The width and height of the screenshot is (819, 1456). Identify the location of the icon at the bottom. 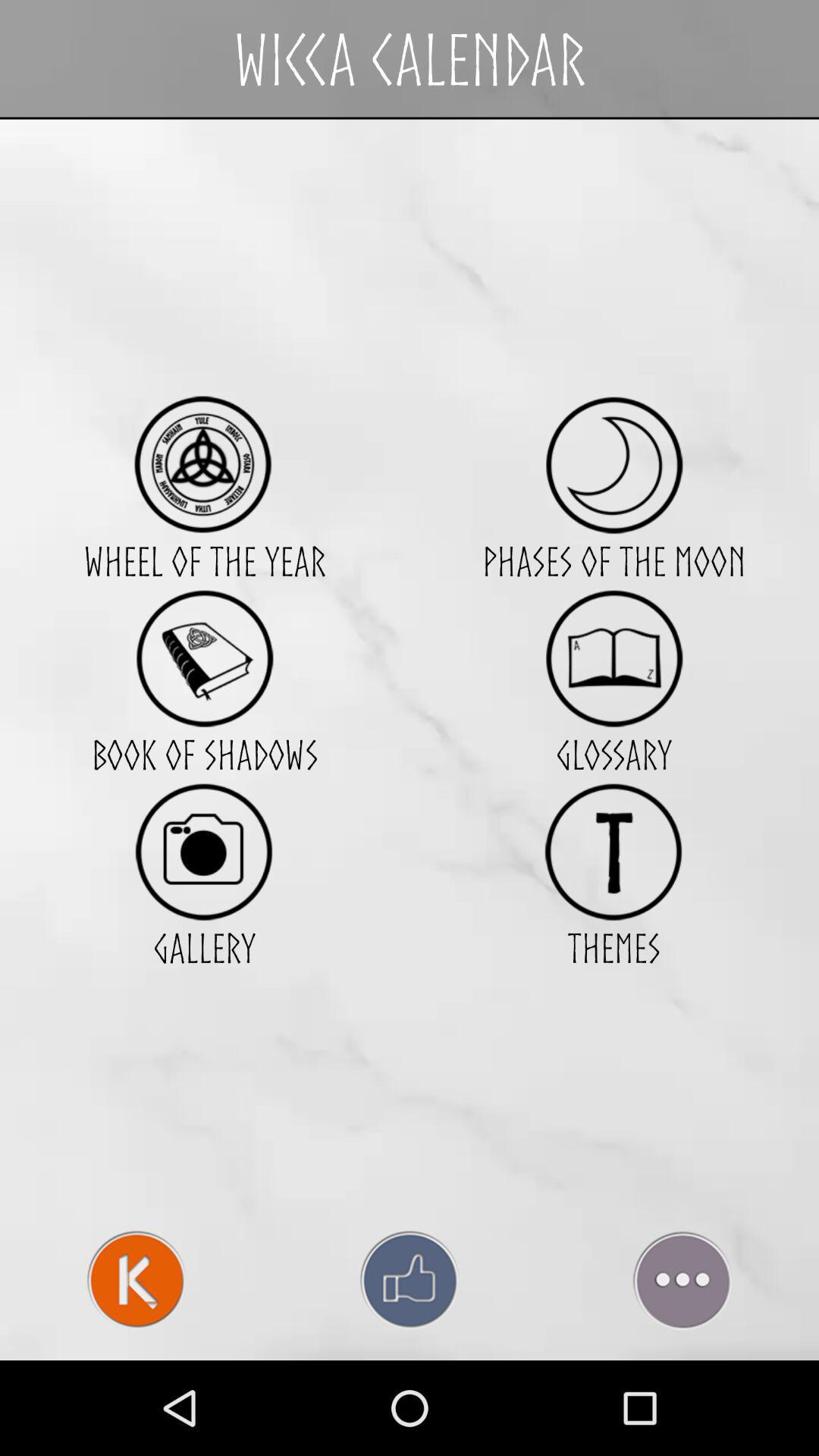
(409, 1279).